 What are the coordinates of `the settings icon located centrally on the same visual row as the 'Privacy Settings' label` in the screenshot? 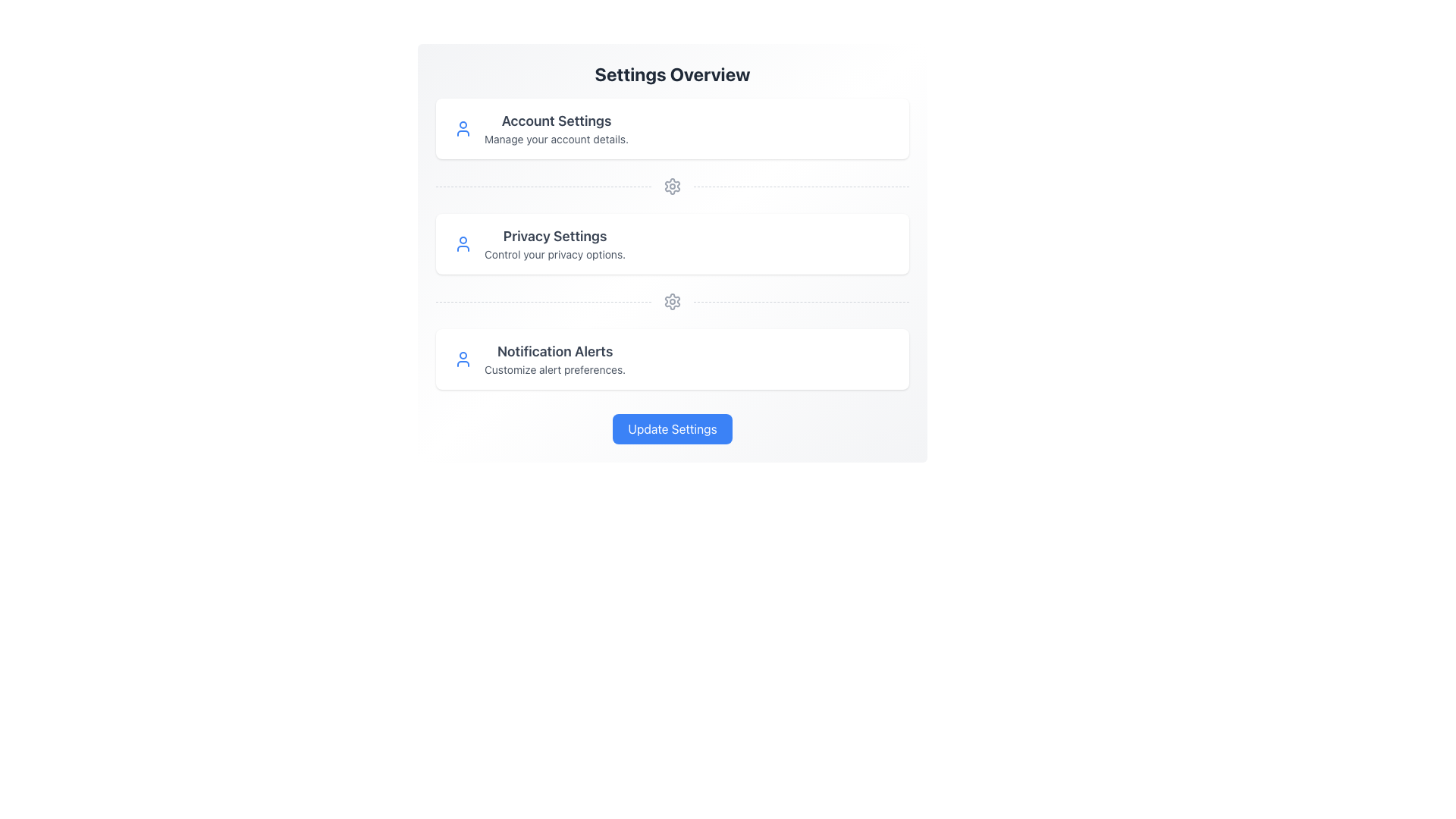 It's located at (672, 301).